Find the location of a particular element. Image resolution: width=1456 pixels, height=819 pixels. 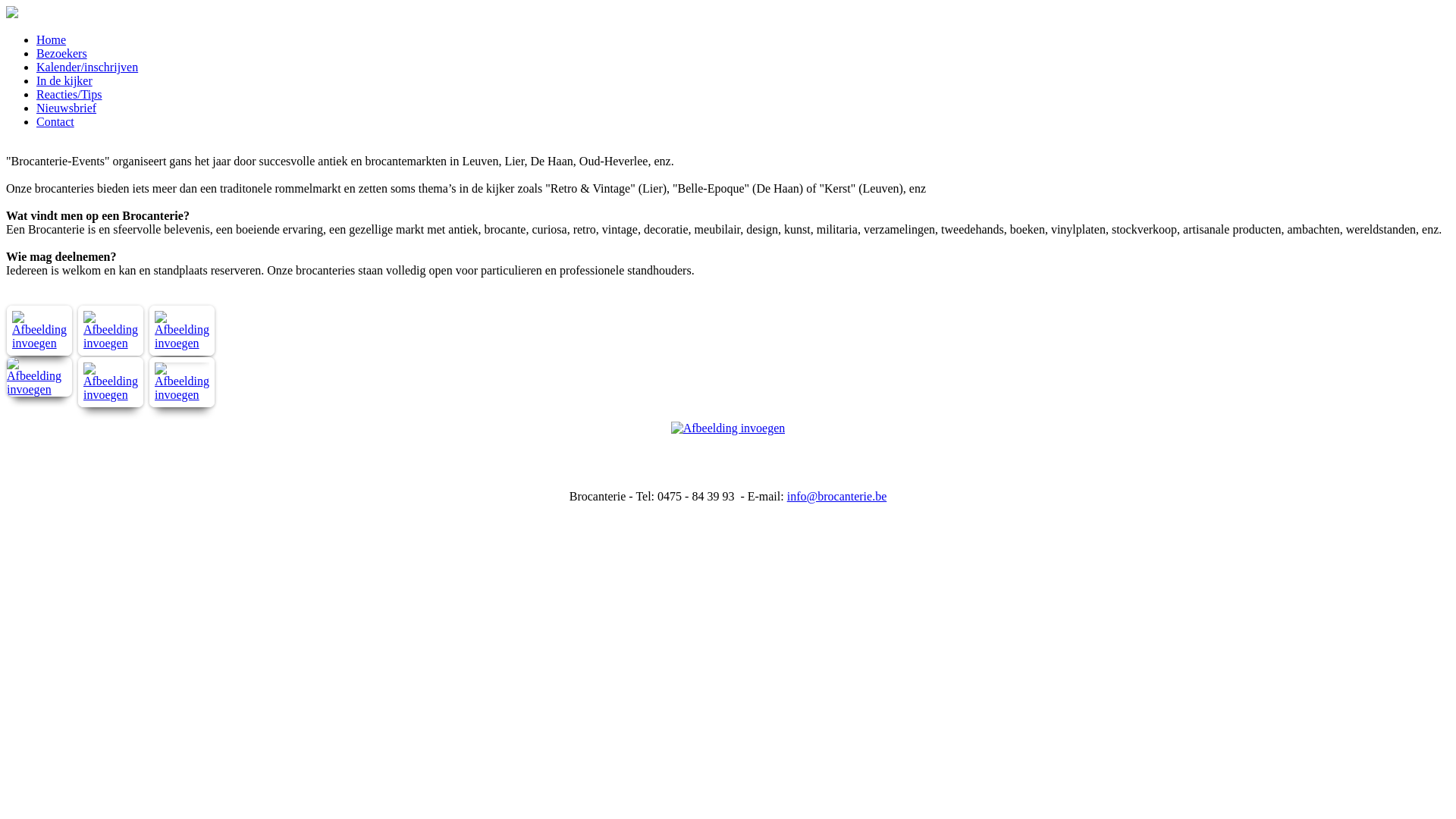

'Afbeelding invoegen' is located at coordinates (182, 343).